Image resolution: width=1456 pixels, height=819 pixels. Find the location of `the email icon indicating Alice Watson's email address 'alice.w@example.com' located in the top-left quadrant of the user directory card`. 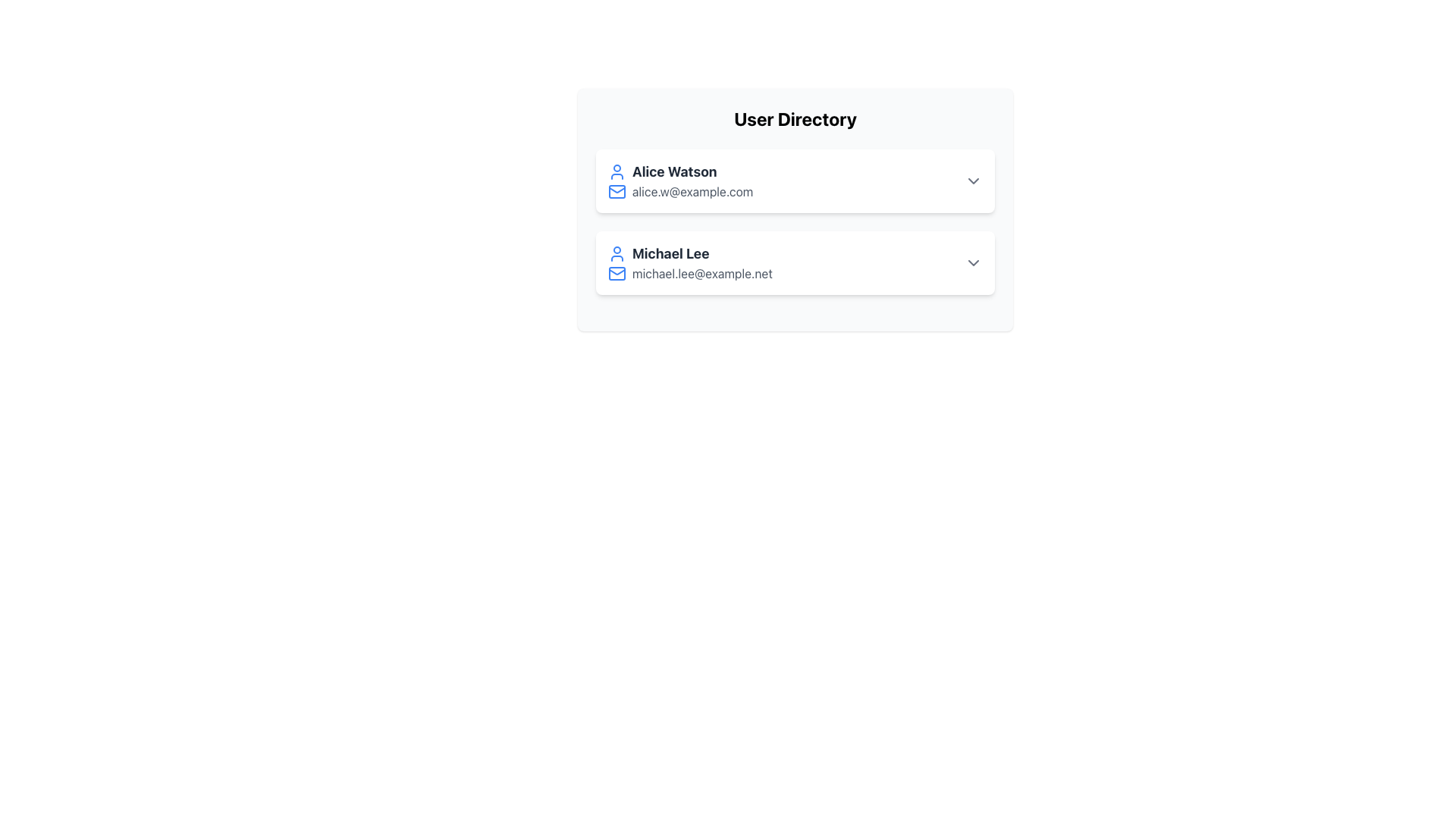

the email icon indicating Alice Watson's email address 'alice.w@example.com' located in the top-left quadrant of the user directory card is located at coordinates (617, 191).